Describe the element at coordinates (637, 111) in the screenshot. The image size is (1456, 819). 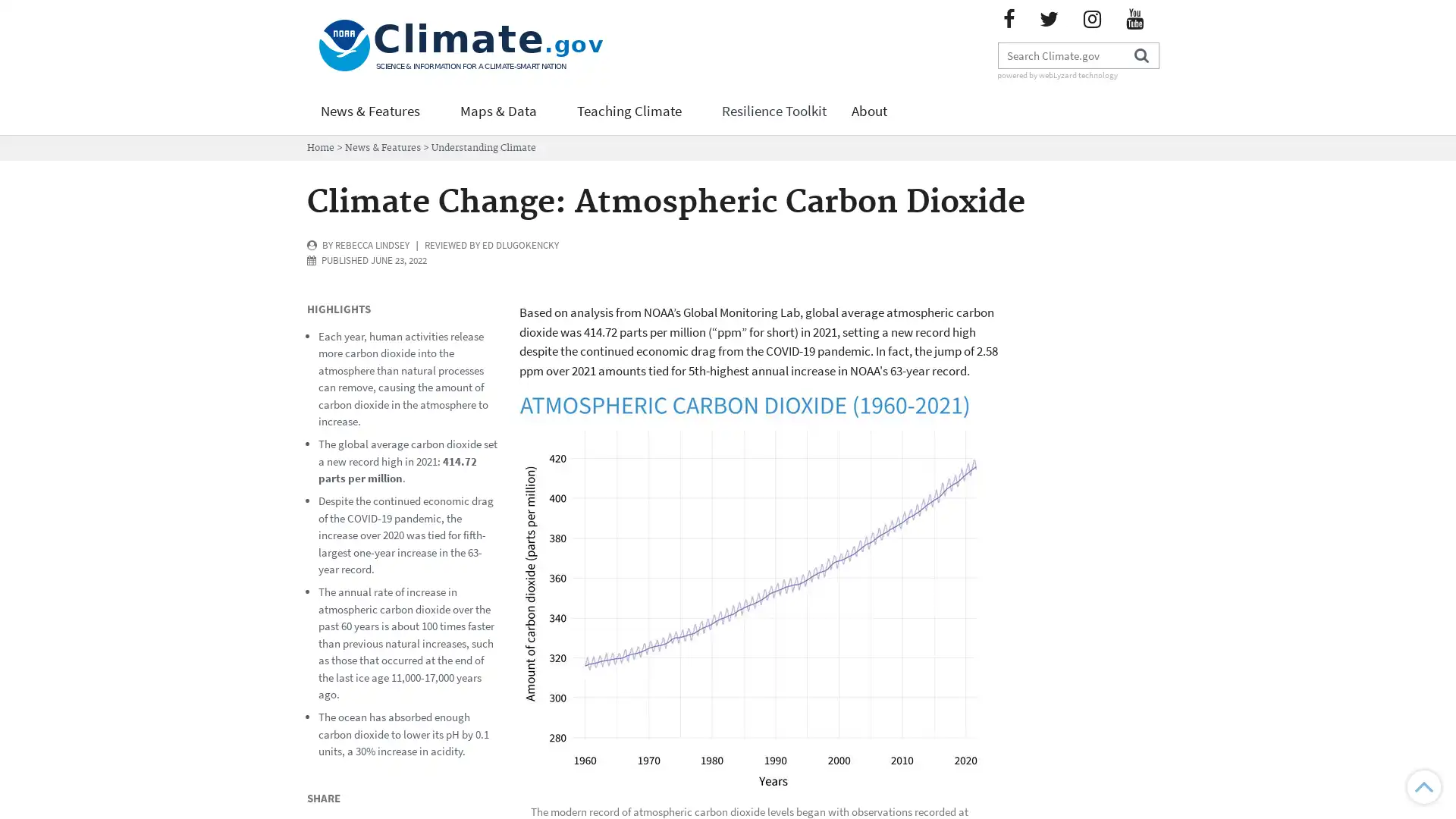
I see `Teaching Climate` at that location.